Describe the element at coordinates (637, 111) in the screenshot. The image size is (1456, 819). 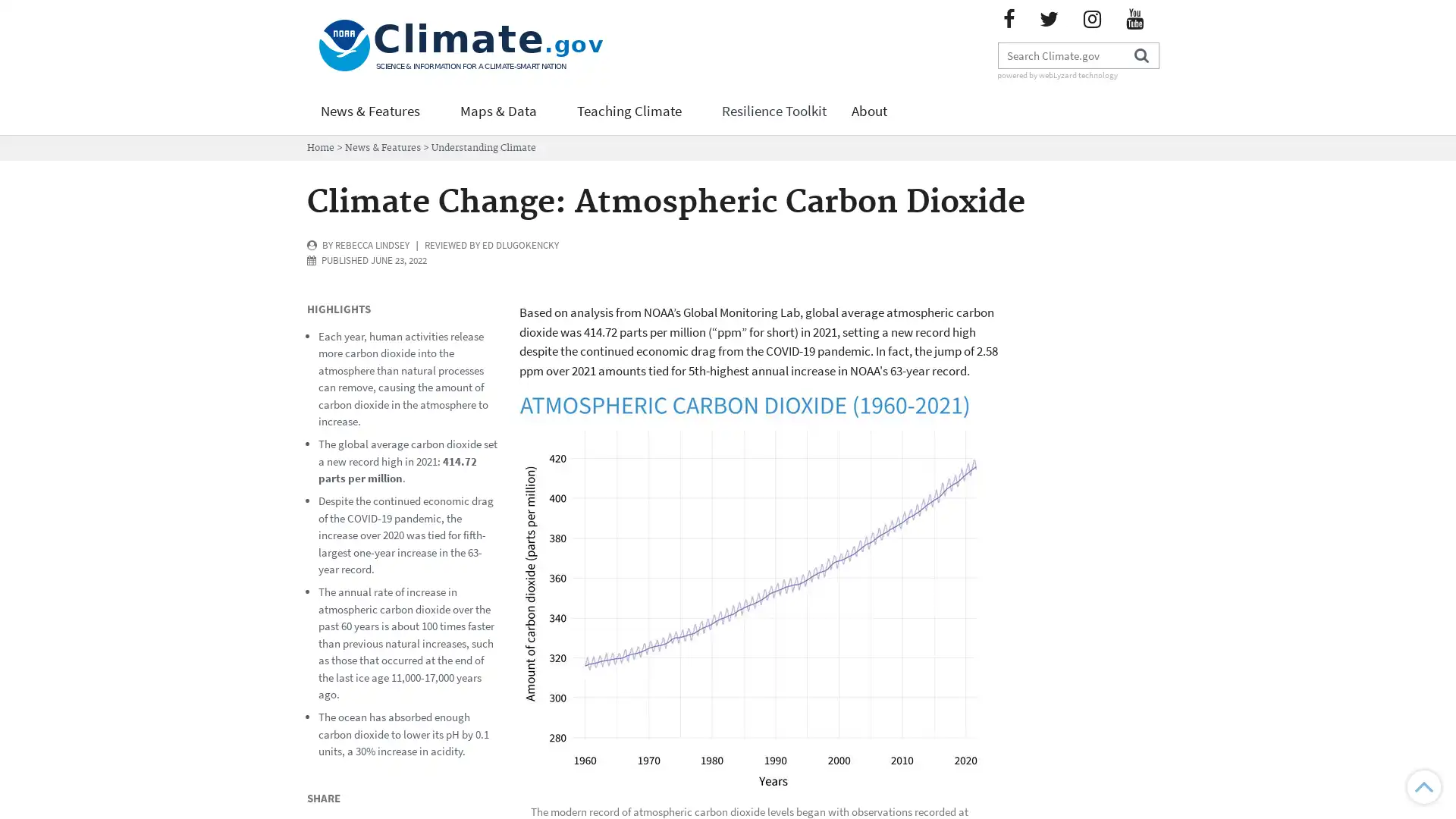
I see `Teaching Climate` at that location.